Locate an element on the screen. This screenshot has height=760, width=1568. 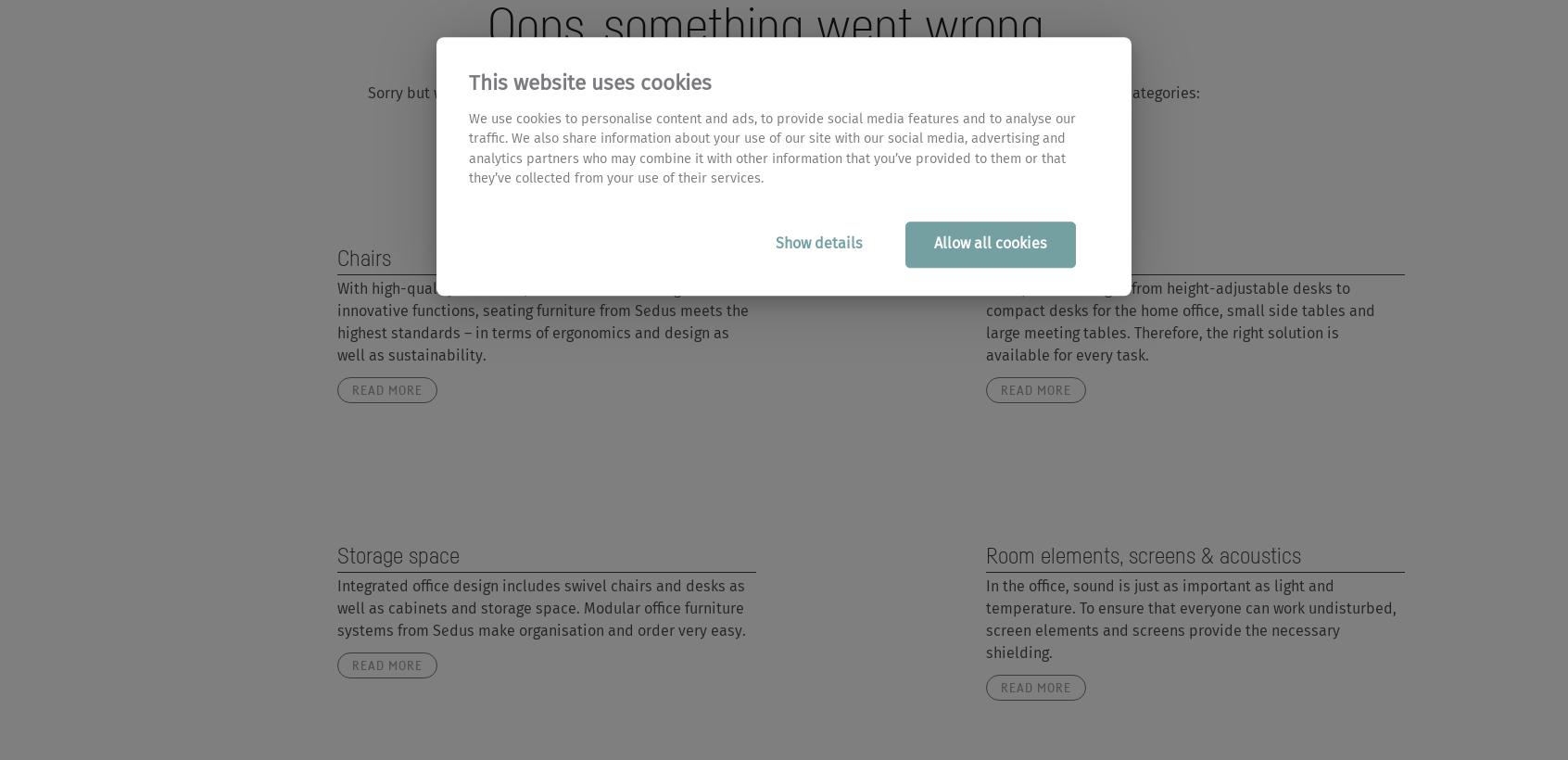
'This website uses cookies' is located at coordinates (469, 84).